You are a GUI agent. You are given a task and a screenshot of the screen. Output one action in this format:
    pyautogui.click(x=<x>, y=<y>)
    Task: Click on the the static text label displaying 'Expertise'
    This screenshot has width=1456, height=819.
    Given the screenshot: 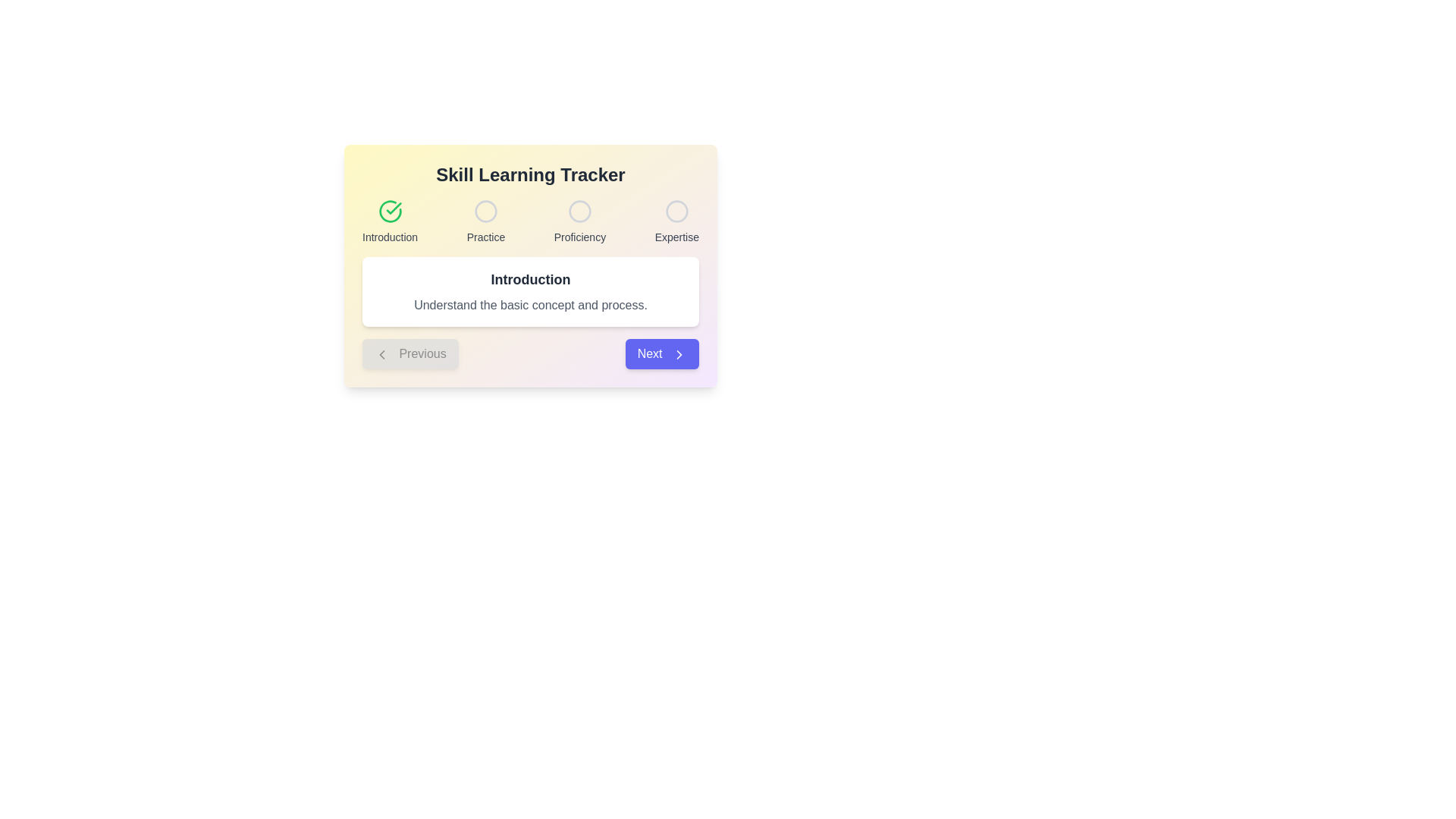 What is the action you would take?
    pyautogui.click(x=676, y=237)
    